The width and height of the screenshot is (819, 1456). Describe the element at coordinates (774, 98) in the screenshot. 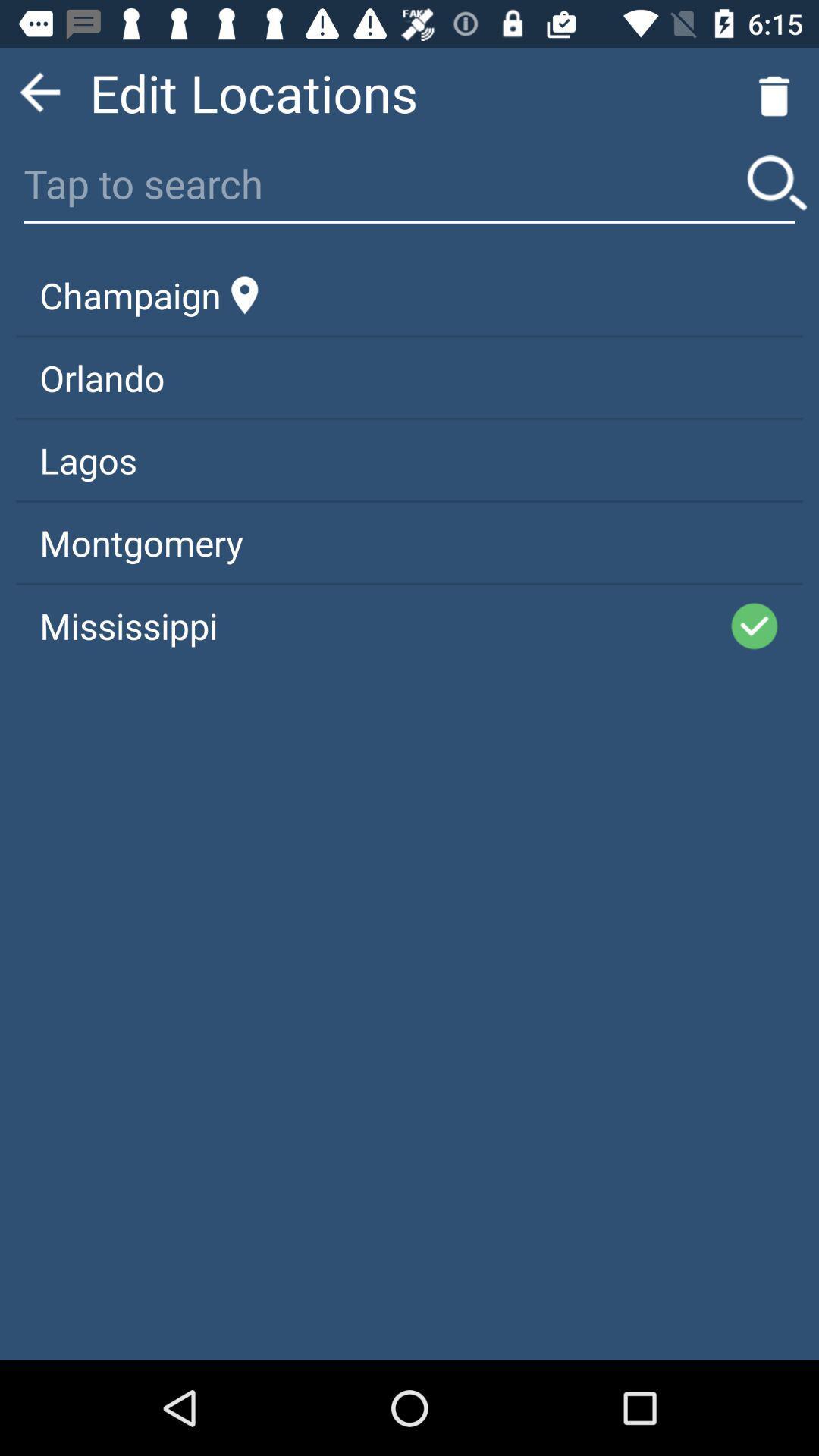

I see `the delete icon` at that location.